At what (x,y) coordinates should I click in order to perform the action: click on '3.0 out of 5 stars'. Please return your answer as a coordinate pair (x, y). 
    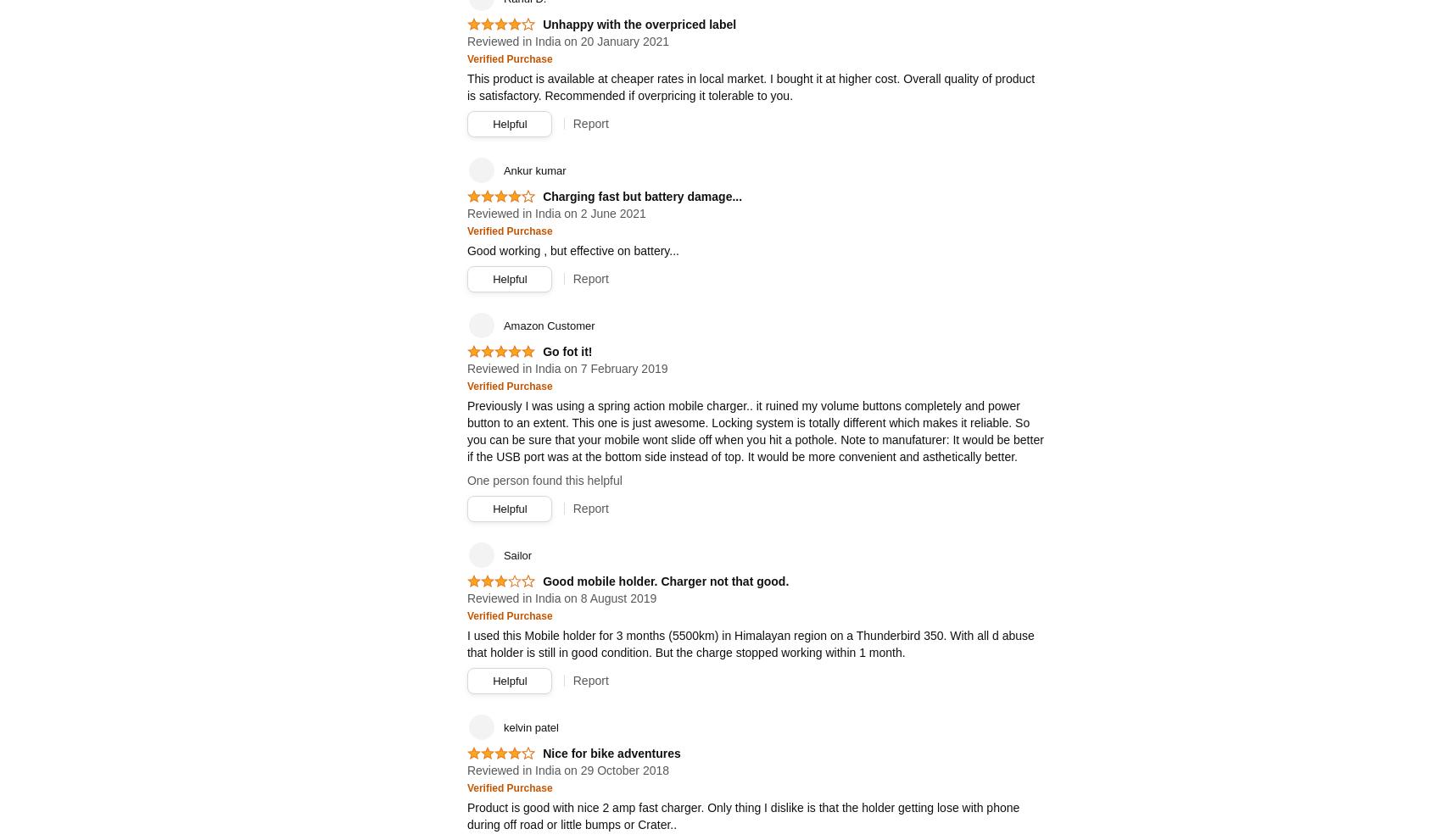
    Looking at the image, I should click on (496, 587).